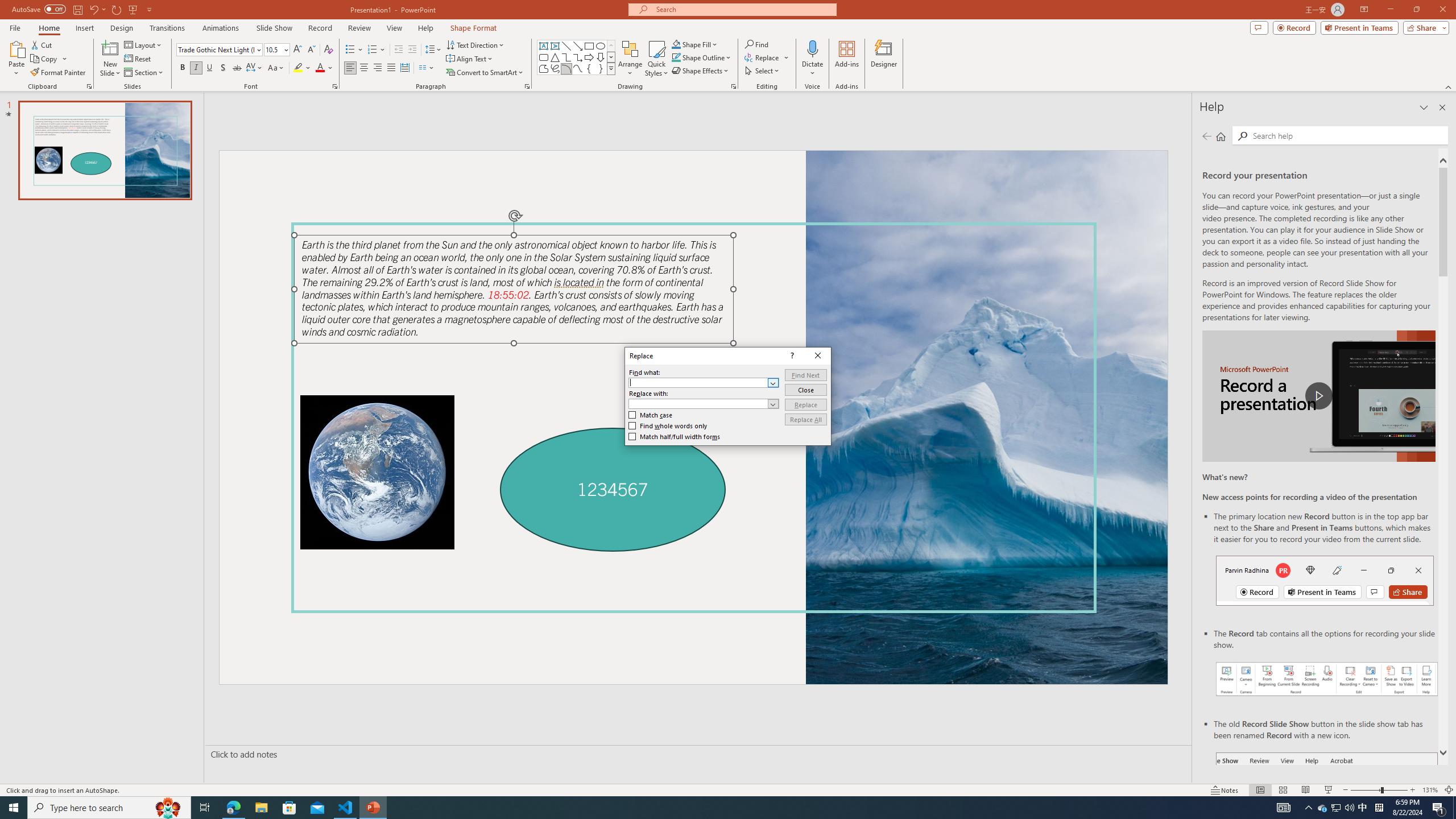 The image size is (1456, 819). What do you see at coordinates (651, 414) in the screenshot?
I see `'Match case'` at bounding box center [651, 414].